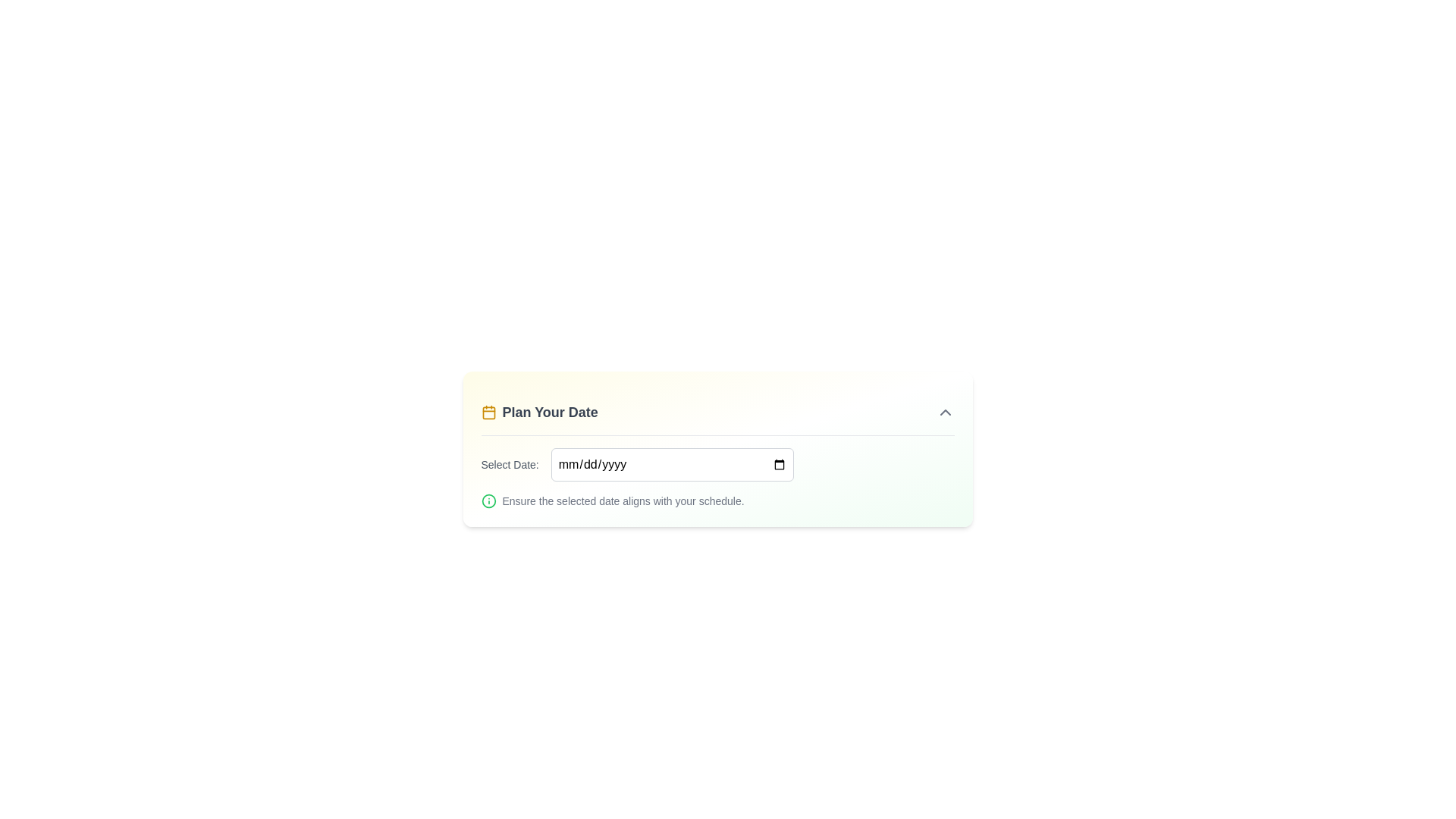 This screenshot has height=819, width=1456. I want to click on the Chevron Up icon located in the top-right region of the 'Plan Your Date' card, which serves as a toggle for expanding or collapsing the section, so click(944, 412).